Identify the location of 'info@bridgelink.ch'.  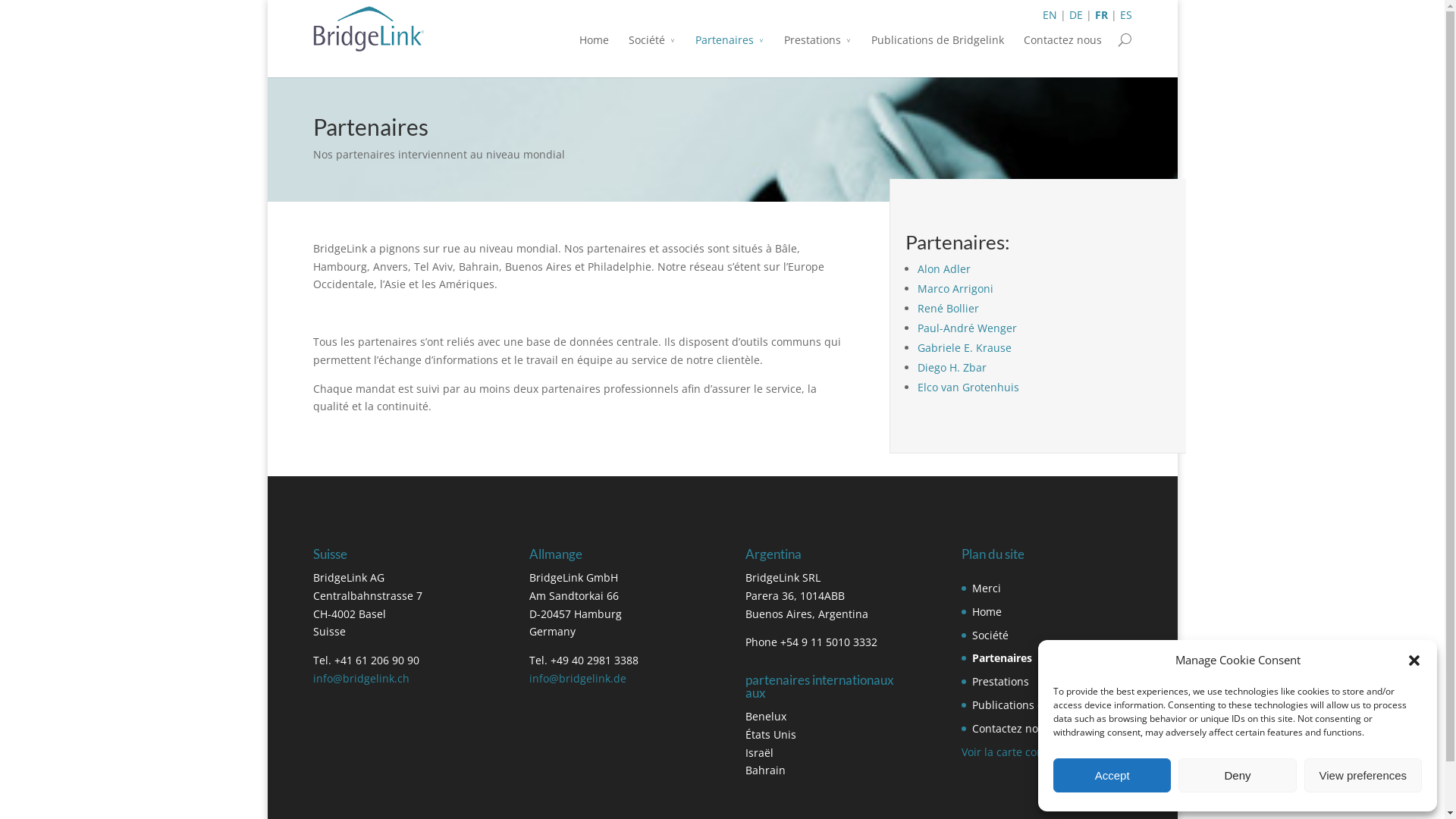
(359, 677).